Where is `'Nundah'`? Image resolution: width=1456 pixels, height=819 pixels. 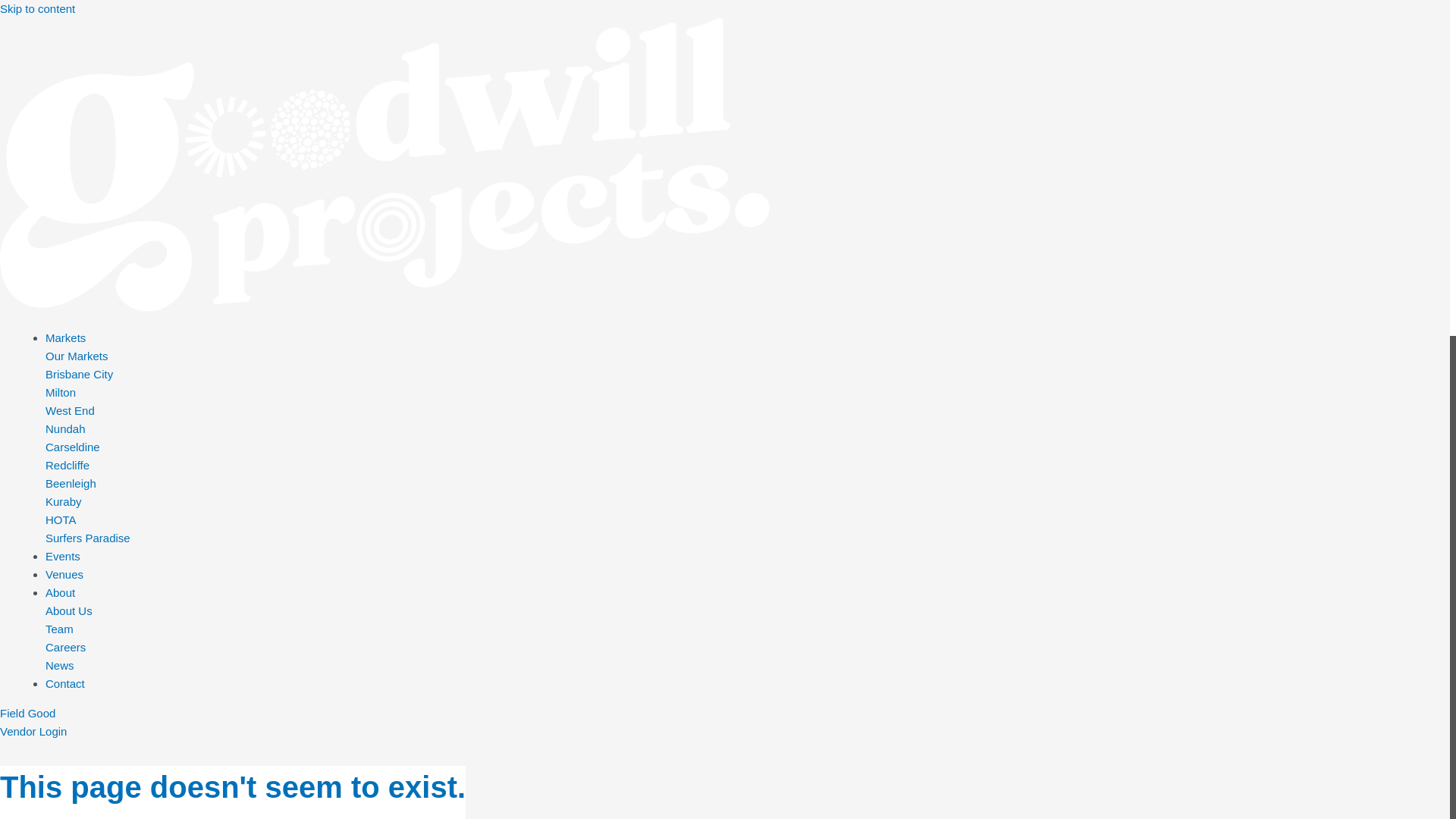
'Nundah' is located at coordinates (64, 428).